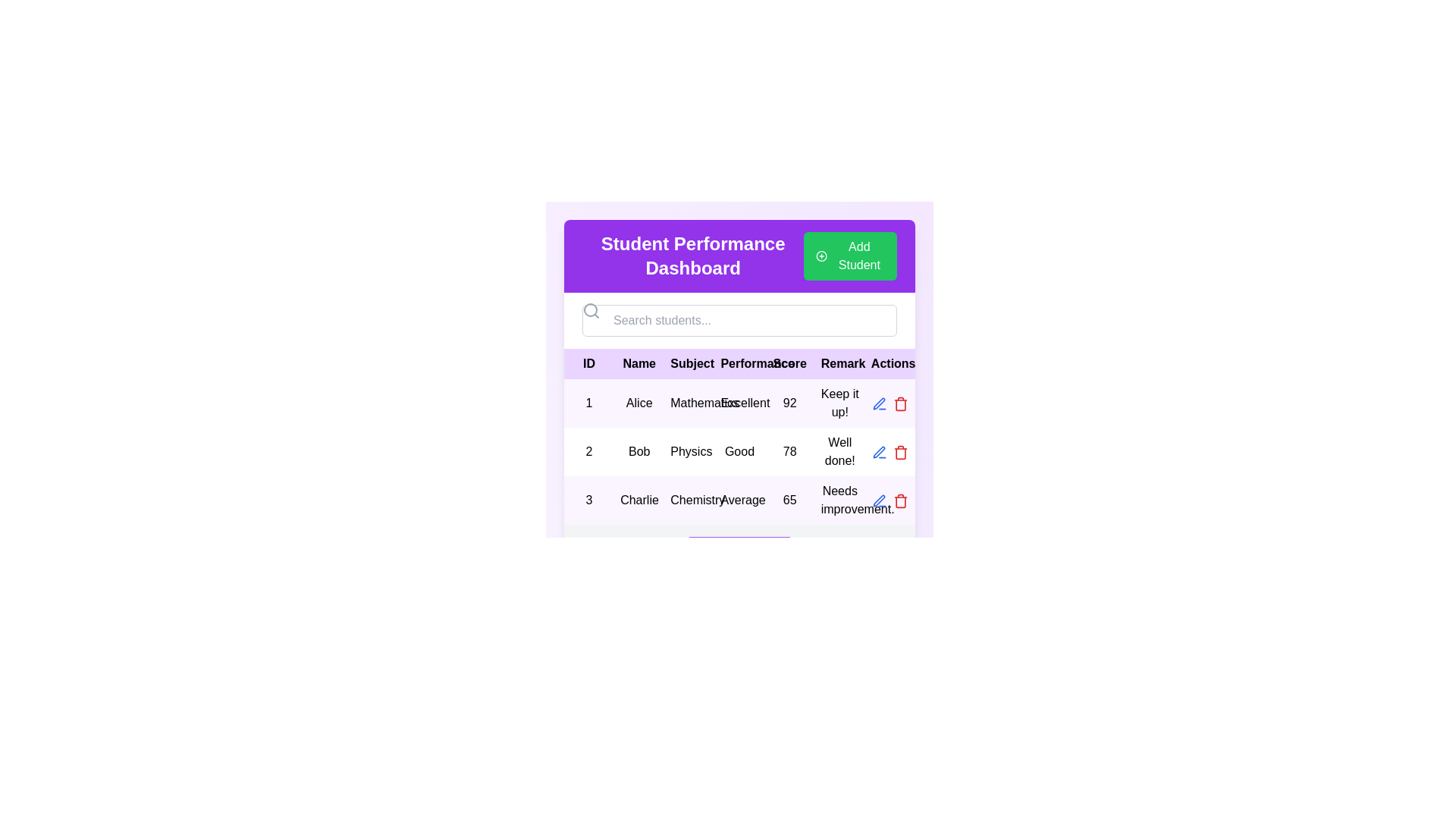 This screenshot has height=819, width=1456. What do you see at coordinates (879, 500) in the screenshot?
I see `the pen-shaped icon button under the 'Actions' column in the third row for 'Charlie' to initiate editing` at bounding box center [879, 500].